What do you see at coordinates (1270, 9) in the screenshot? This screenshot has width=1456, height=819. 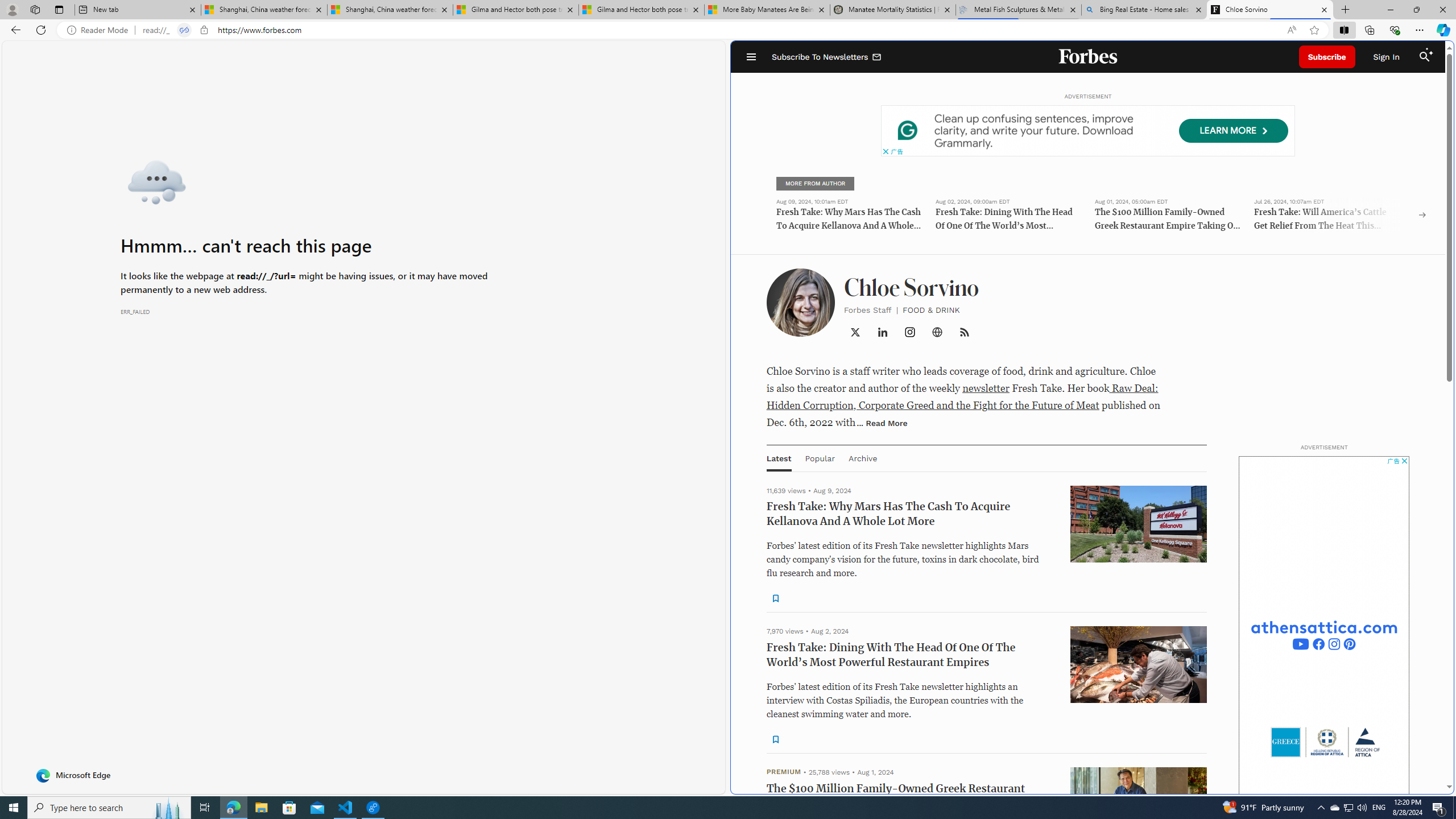 I see `'Chloe Sorvino'` at bounding box center [1270, 9].